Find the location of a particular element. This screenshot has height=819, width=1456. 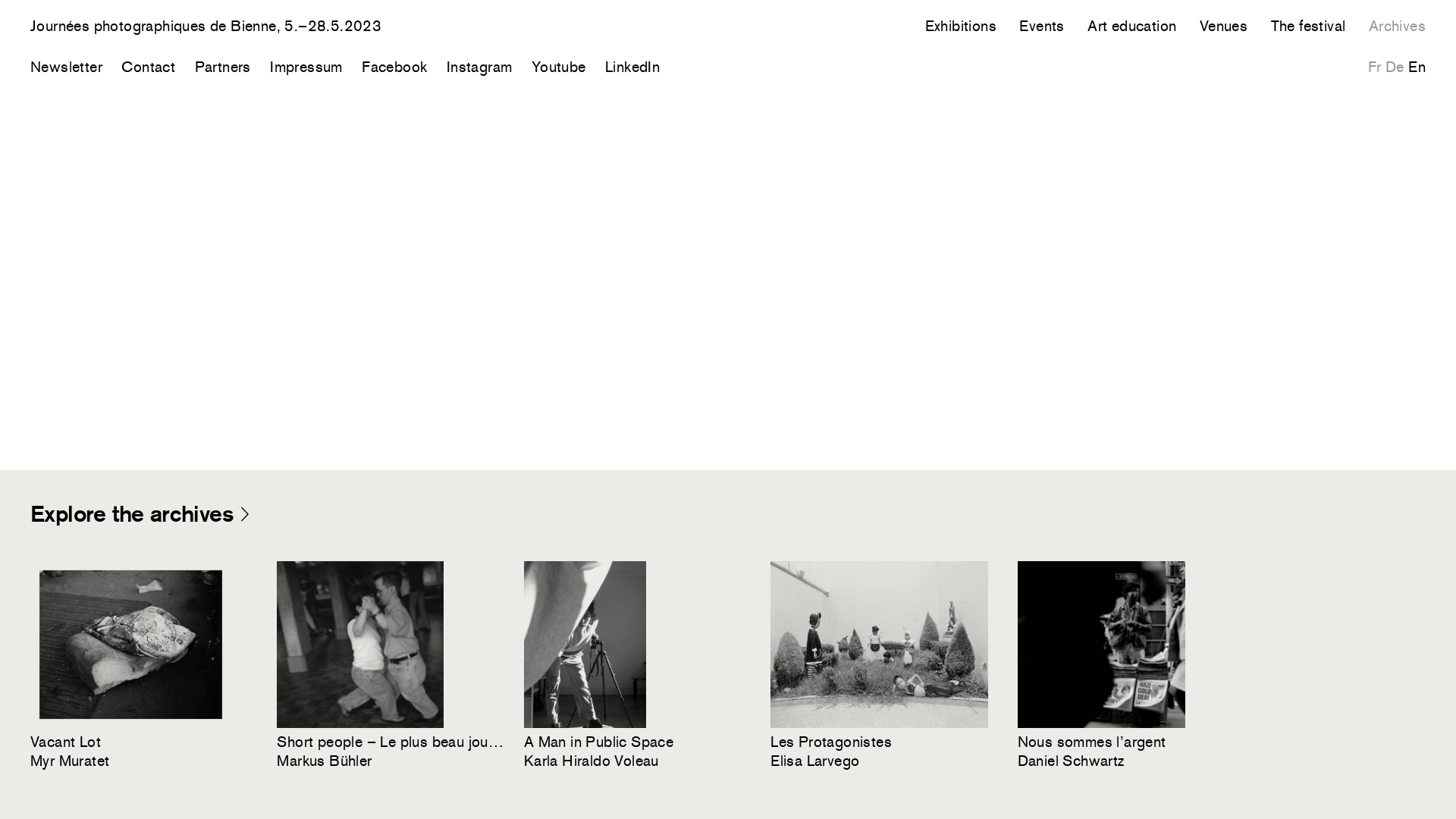

'A Man in Public Space is located at coordinates (637, 666).